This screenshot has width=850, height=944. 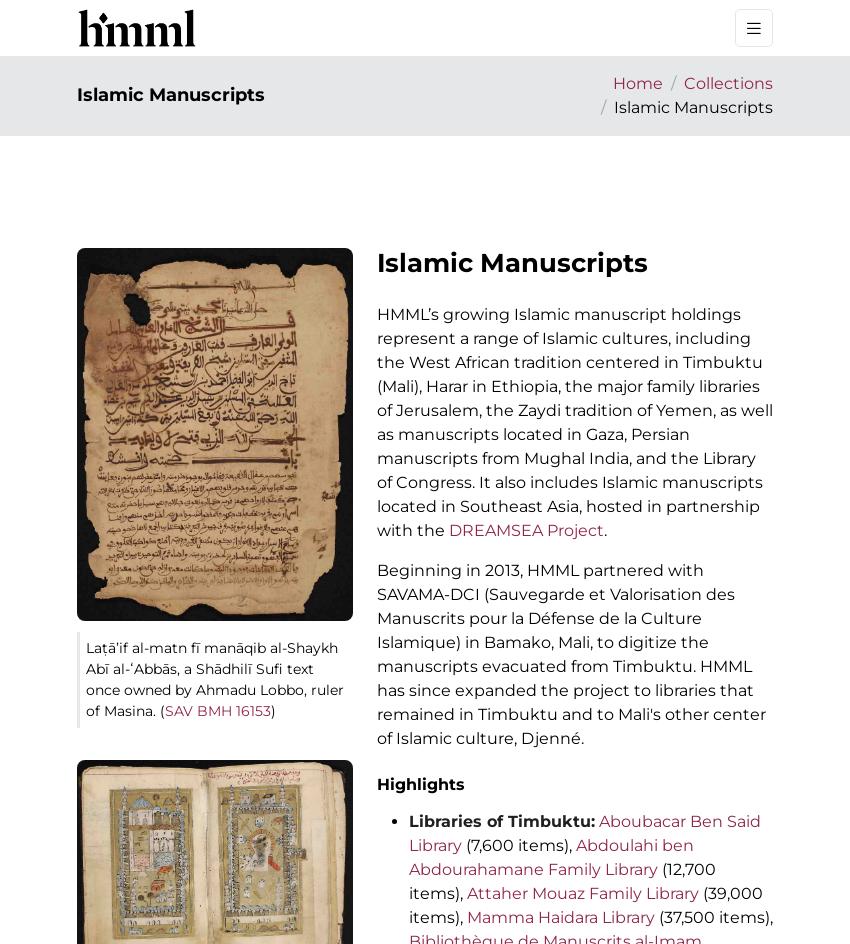 What do you see at coordinates (214, 678) in the screenshot?
I see `'Laṭāʼif al-matn fī manāqib al-Shaykh Abī al-ʻAbbās, a Shādhilī Sufi text once owned by Ahmadu Lobbo, ruler of Masina. ('` at bounding box center [214, 678].